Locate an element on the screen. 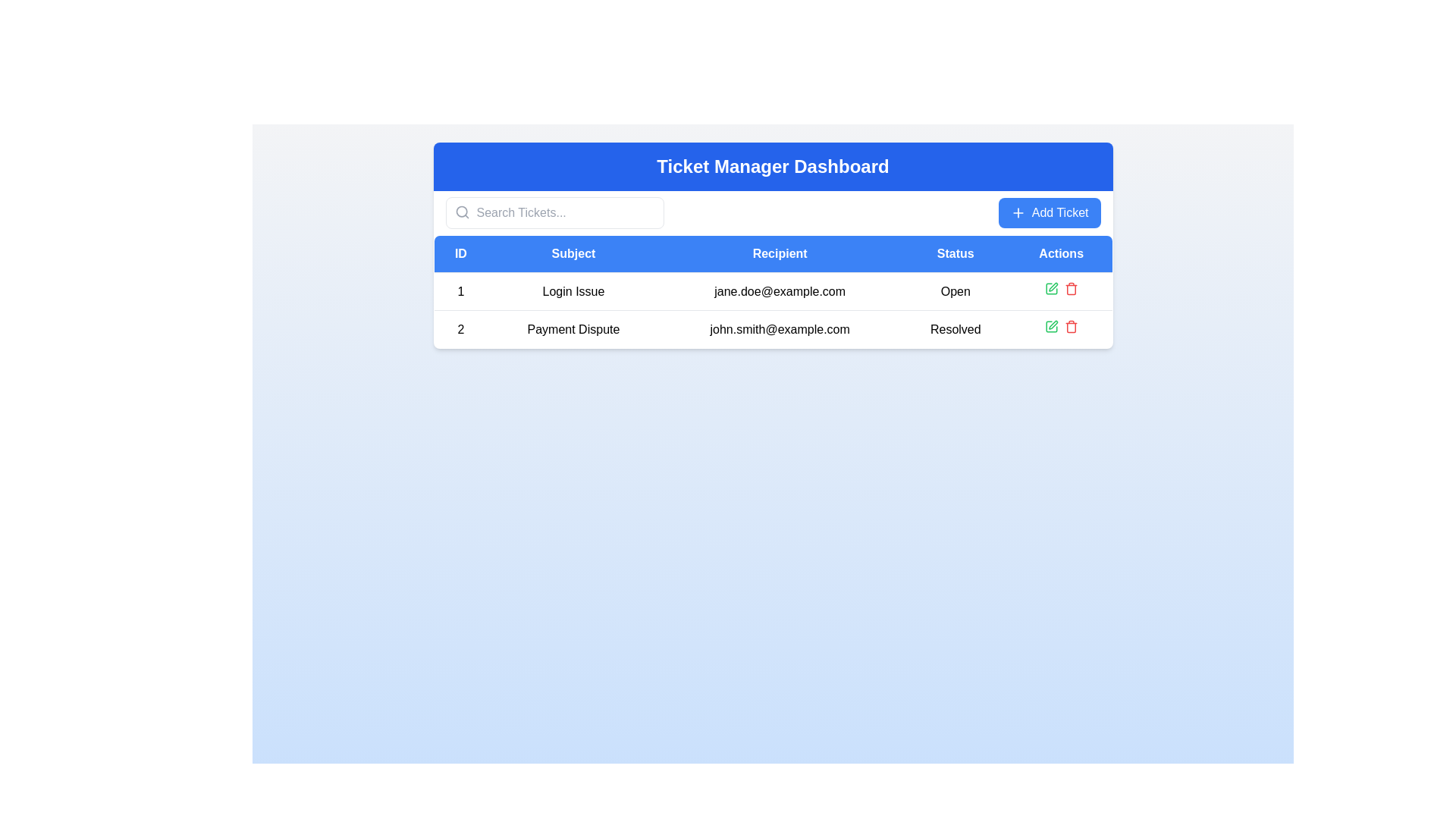  the edit icon located in the 'Actions' column of the second row of the ticket table, next to the Delete icon is located at coordinates (1052, 287).